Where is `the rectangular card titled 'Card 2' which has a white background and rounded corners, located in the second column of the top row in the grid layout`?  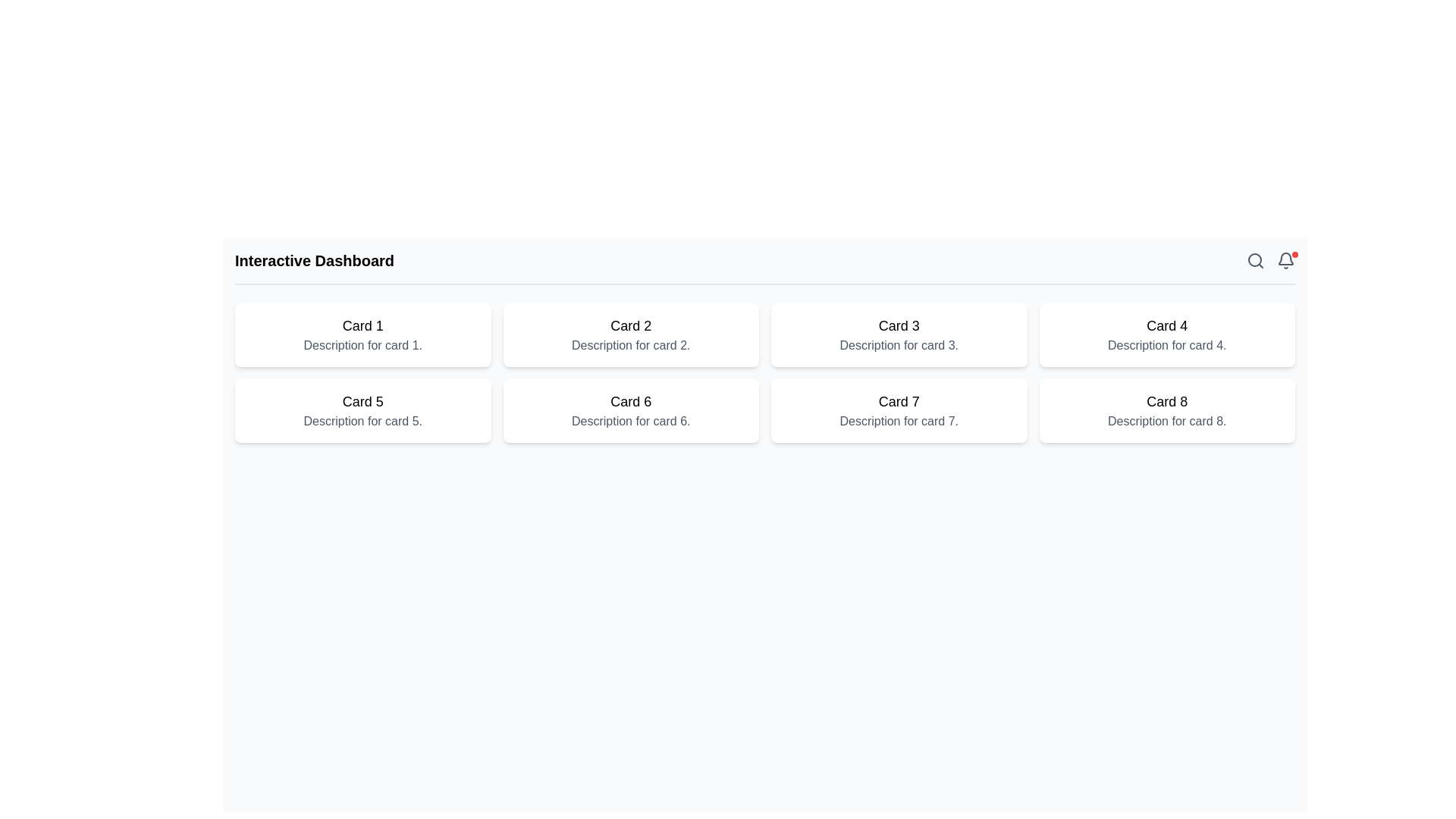
the rectangular card titled 'Card 2' which has a white background and rounded corners, located in the second column of the top row in the grid layout is located at coordinates (631, 334).